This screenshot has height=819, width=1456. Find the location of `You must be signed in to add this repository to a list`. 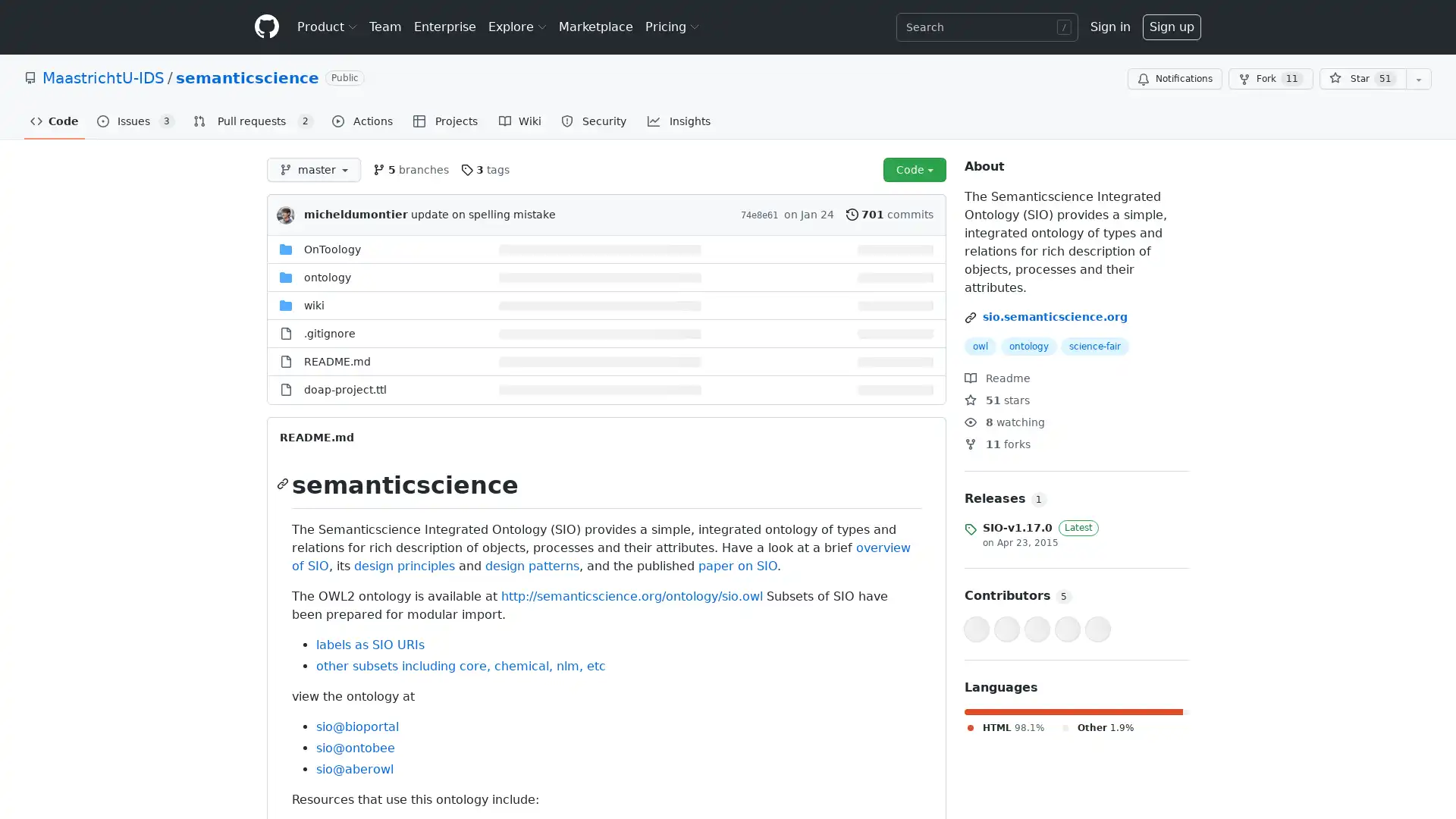

You must be signed in to add this repository to a list is located at coordinates (1418, 79).